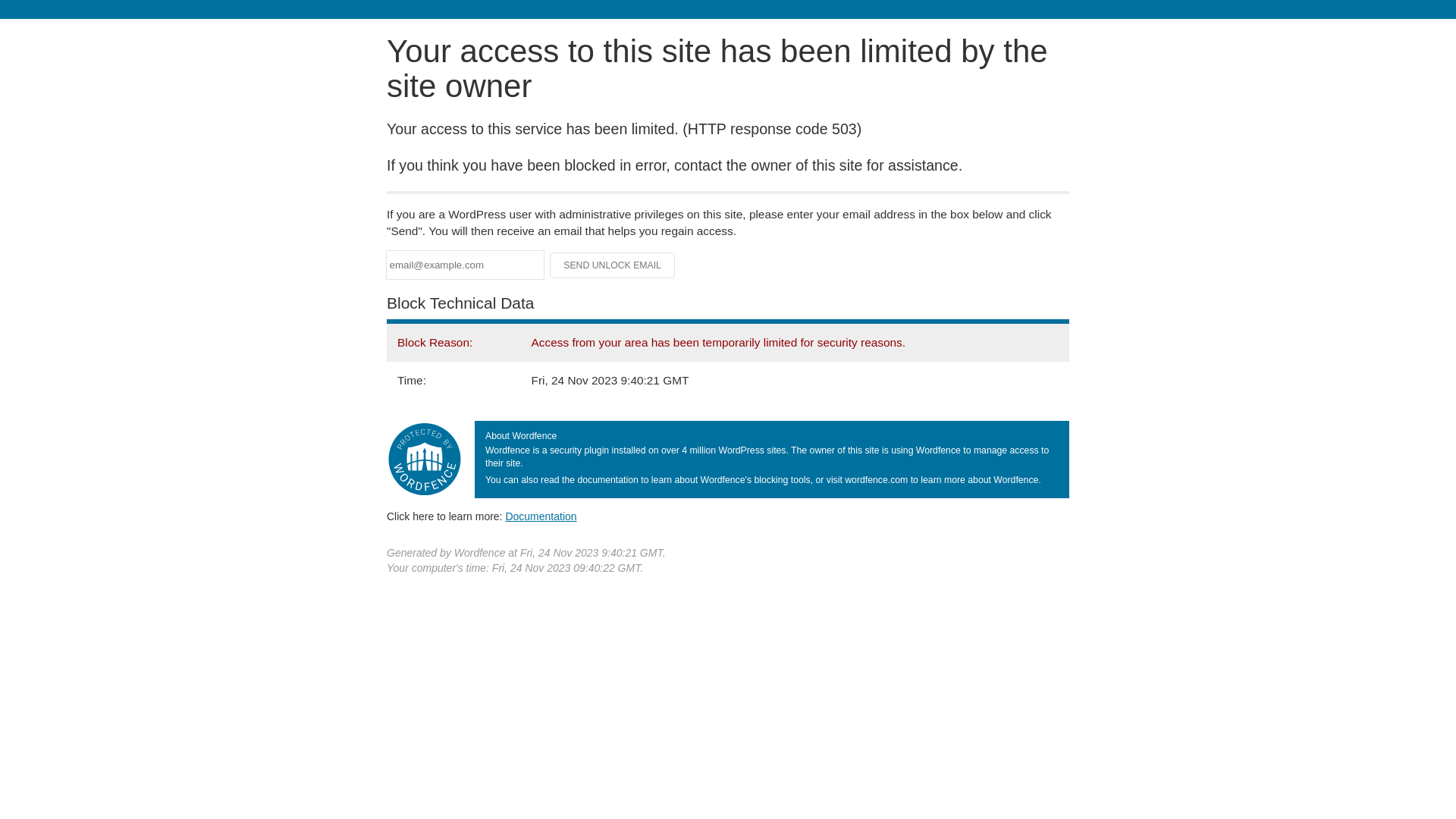 This screenshot has height=819, width=1456. I want to click on 'Send Unlock Email', so click(612, 265).